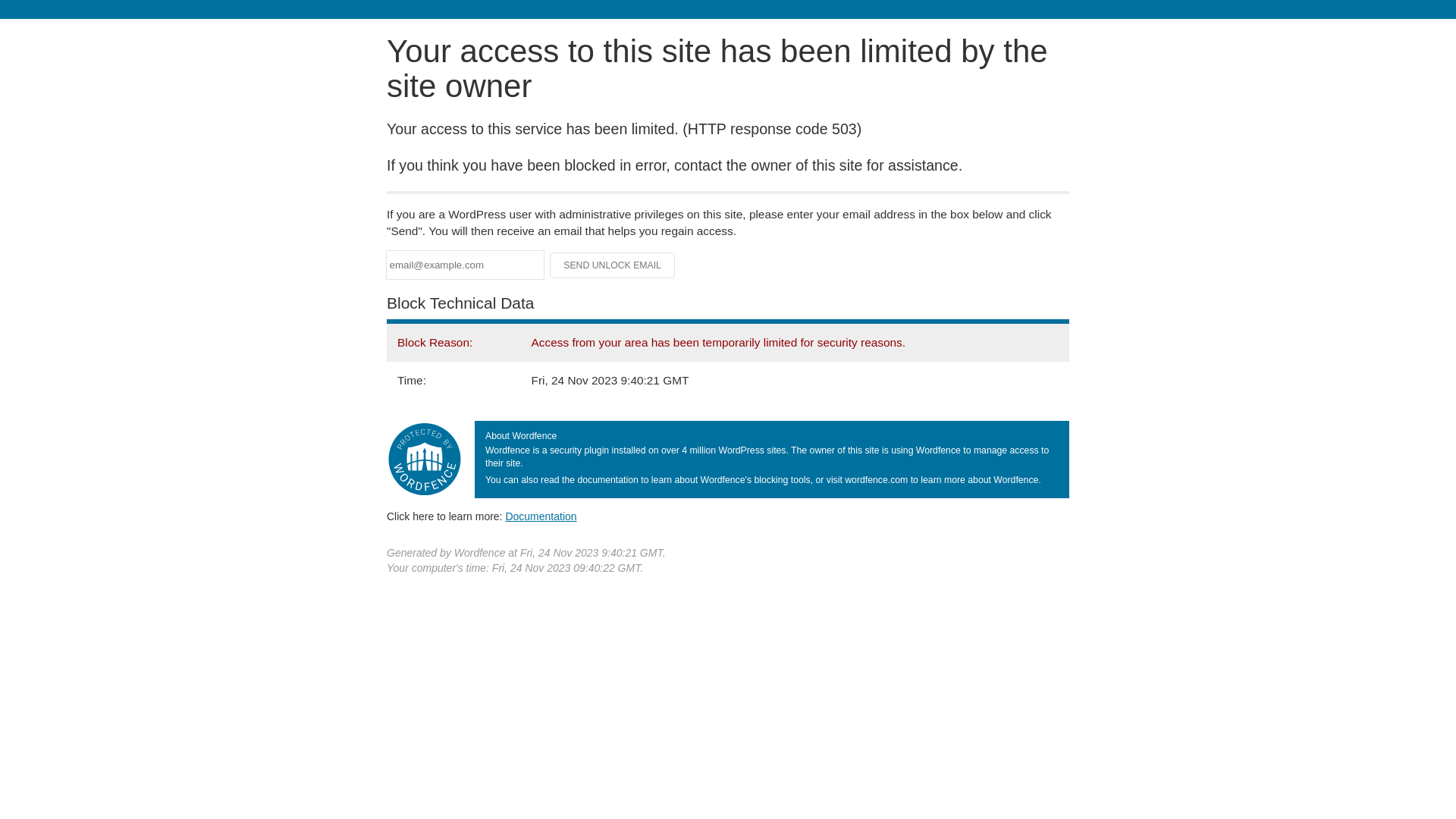 This screenshot has height=819, width=1456. I want to click on 'Send Unlock Email', so click(612, 265).